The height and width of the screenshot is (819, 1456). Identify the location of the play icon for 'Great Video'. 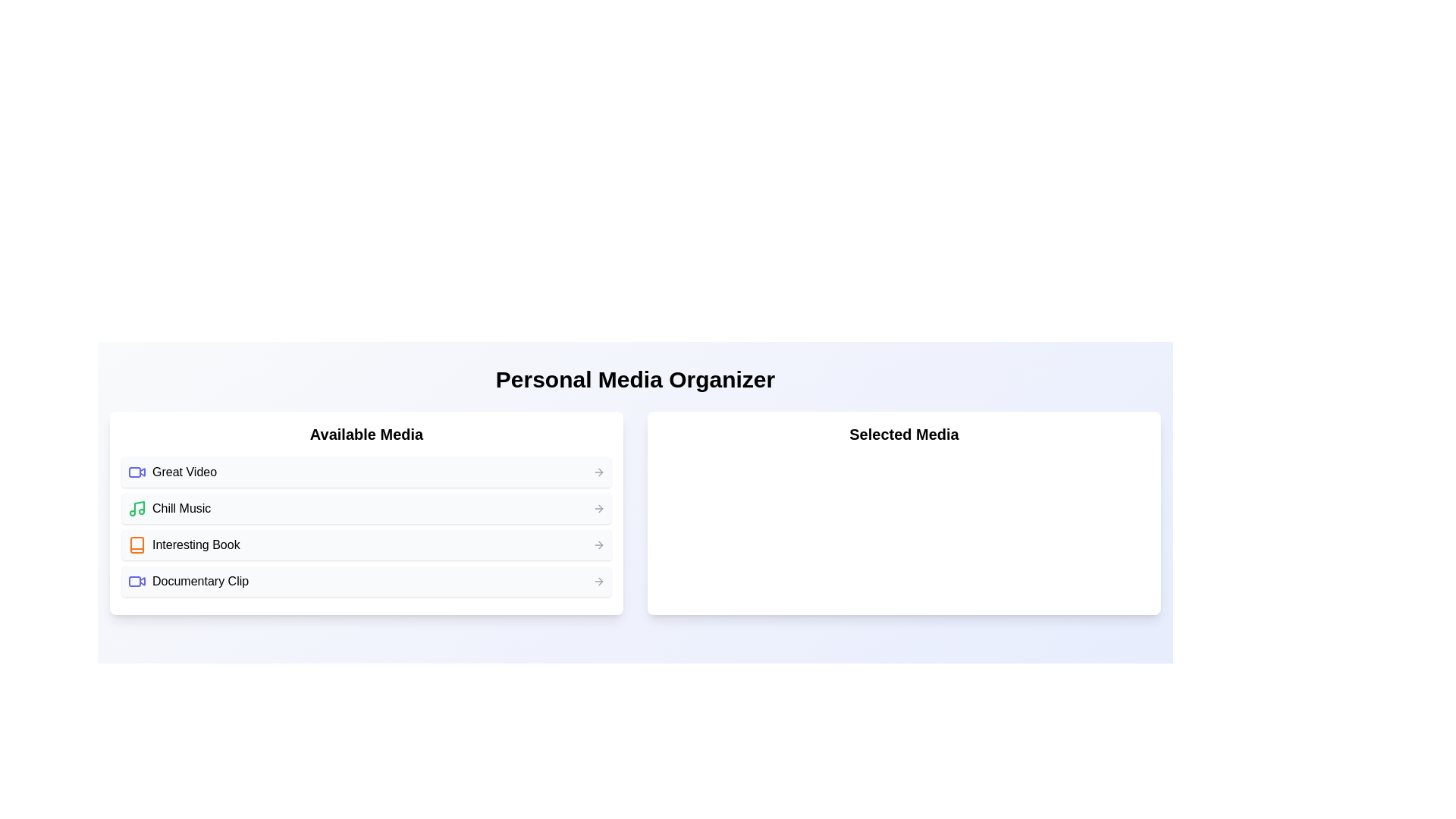
(142, 470).